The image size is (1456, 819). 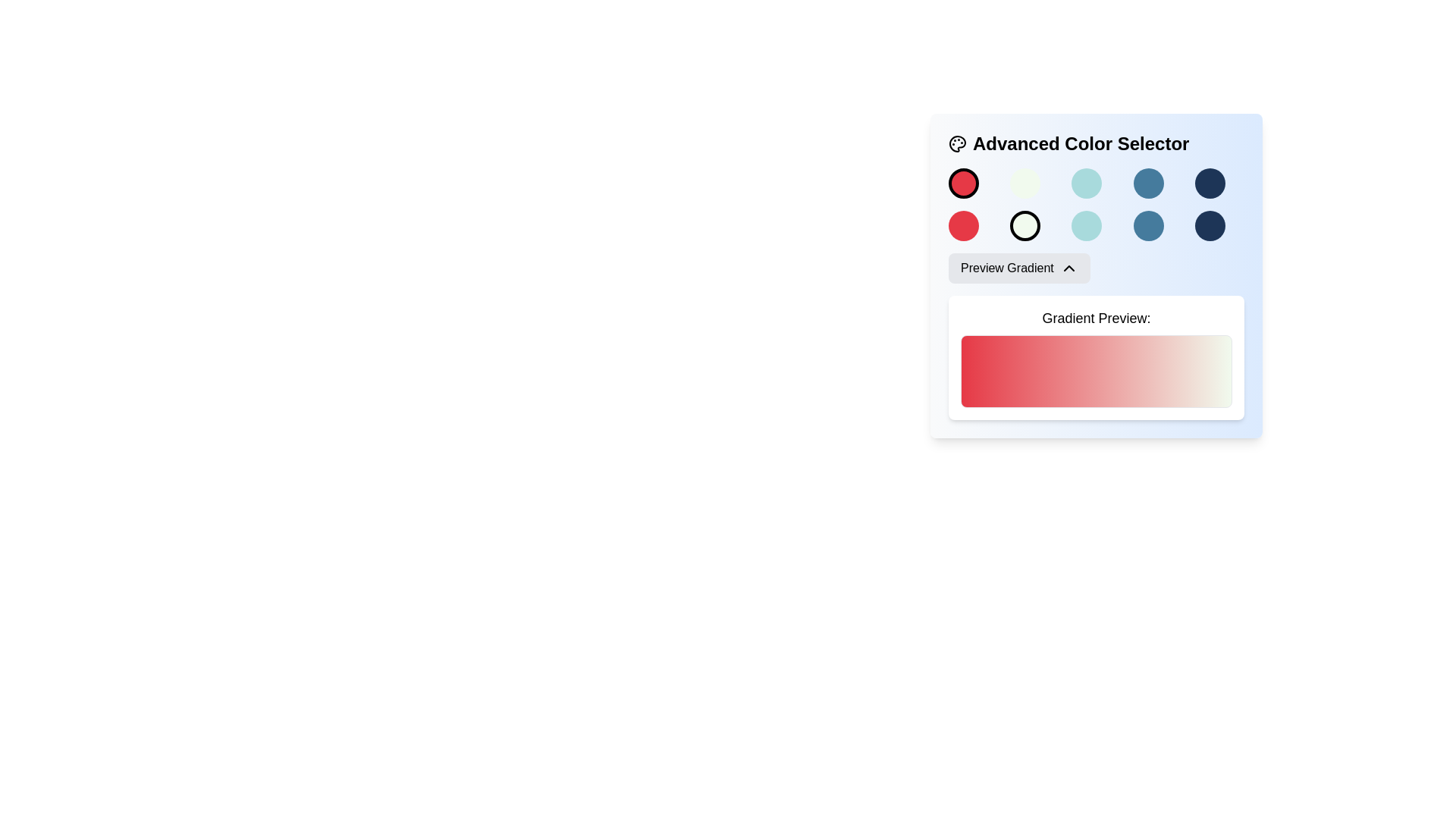 I want to click on the fifth circular color selection button representing dark blue (#1D3557), so click(x=1208, y=183).